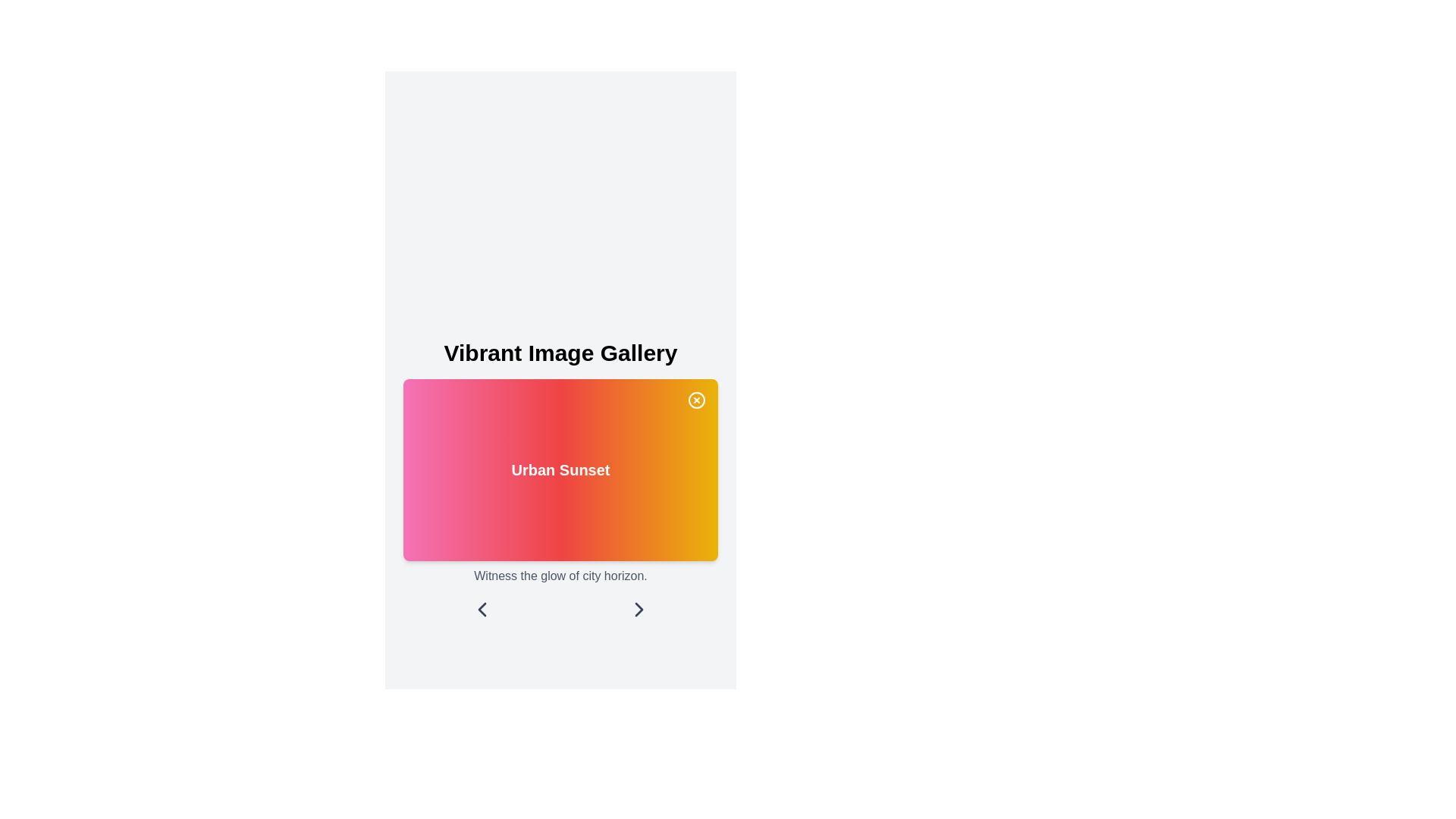 This screenshot has height=819, width=1456. Describe the element at coordinates (695, 400) in the screenshot. I see `the close icon button located at the top-right corner of the 'Urban Sunset' card` at that location.